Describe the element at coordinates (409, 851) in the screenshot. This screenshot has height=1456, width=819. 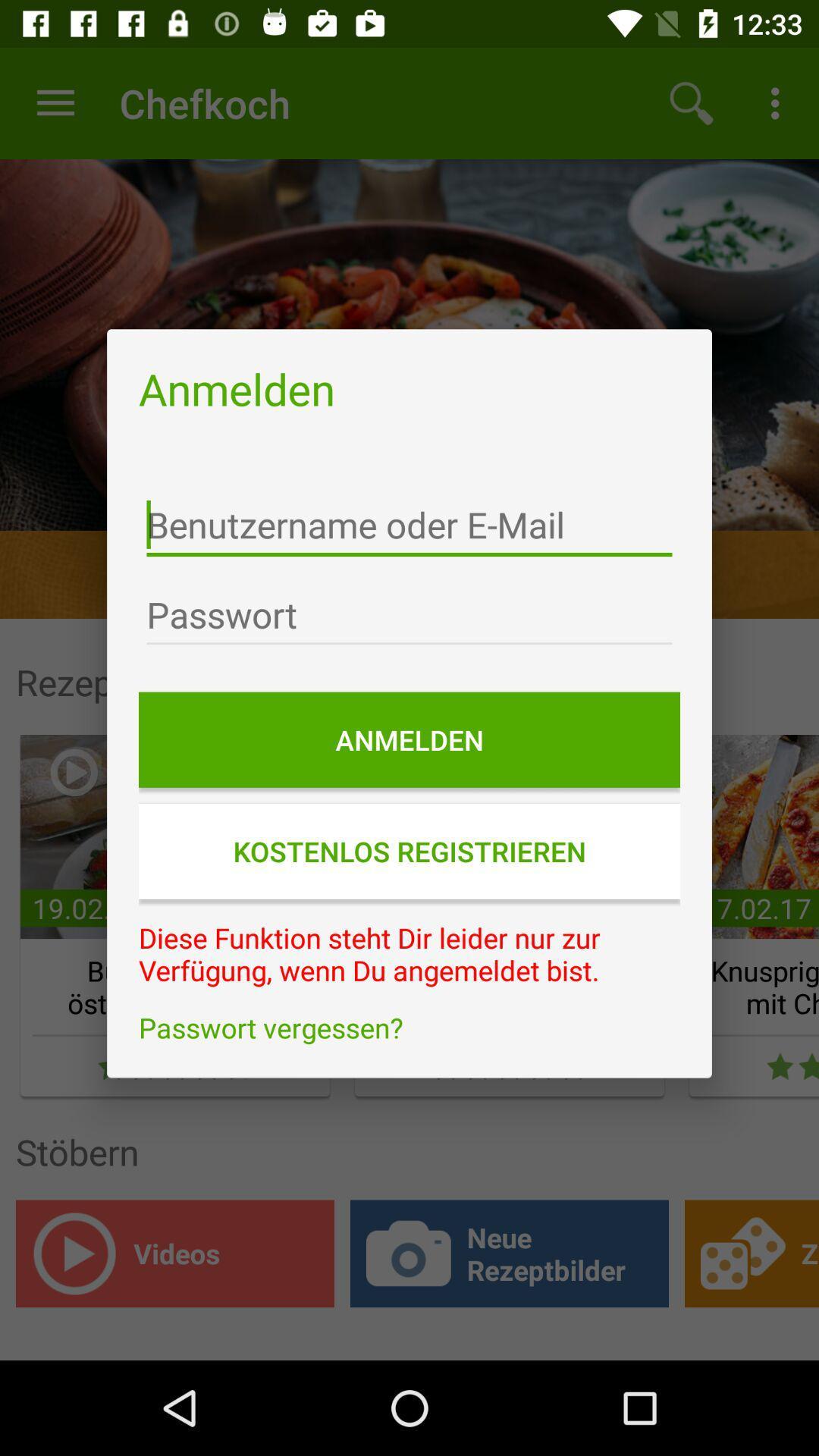
I see `the kostenlos registrieren` at that location.